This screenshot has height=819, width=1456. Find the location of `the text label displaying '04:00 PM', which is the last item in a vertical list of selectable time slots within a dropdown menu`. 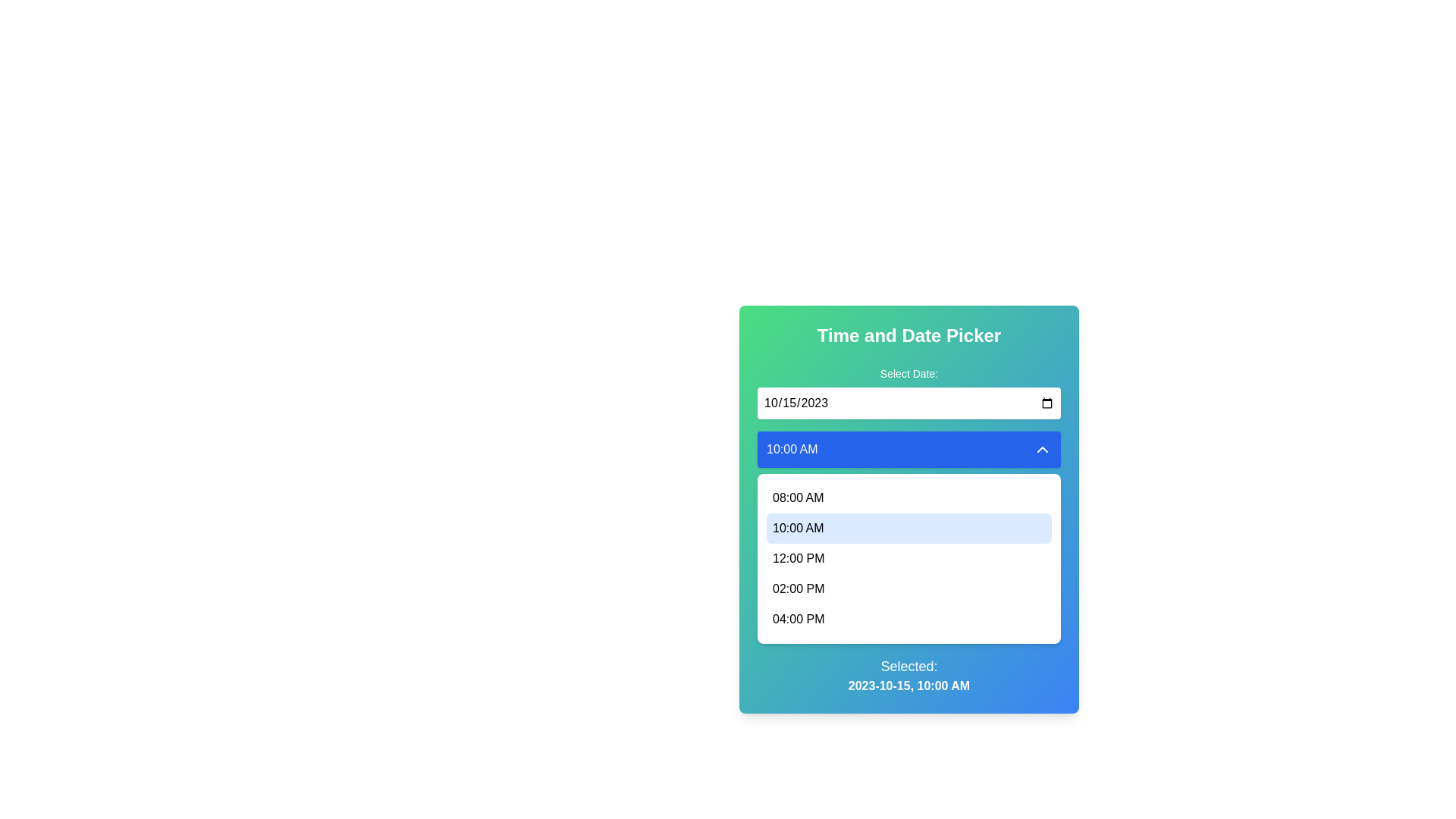

the text label displaying '04:00 PM', which is the last item in a vertical list of selectable time slots within a dropdown menu is located at coordinates (798, 620).